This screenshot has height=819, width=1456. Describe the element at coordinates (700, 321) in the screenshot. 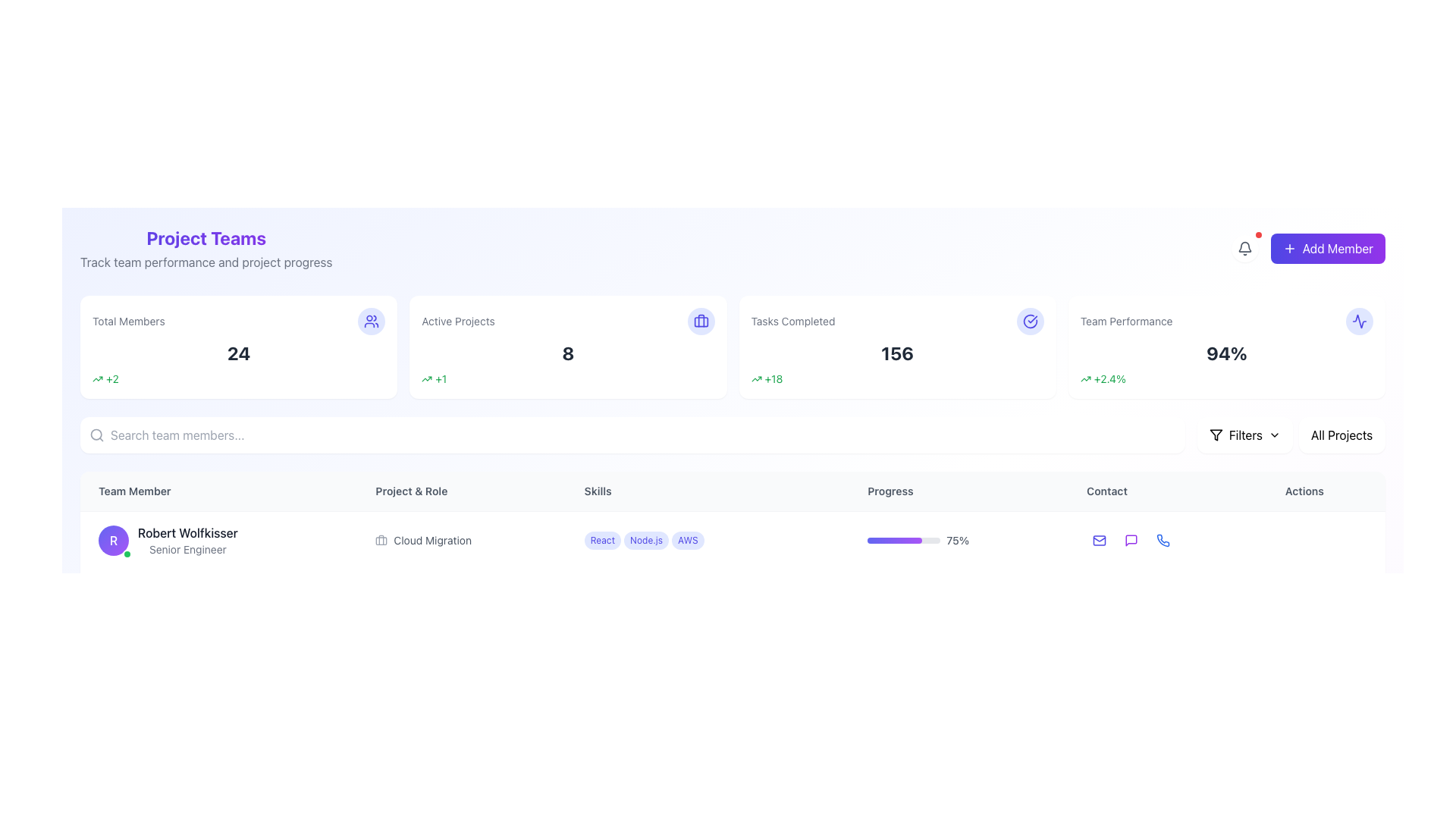

I see `the briefcase icon in the 'Active Projects' card located in the top-left region of the card` at that location.